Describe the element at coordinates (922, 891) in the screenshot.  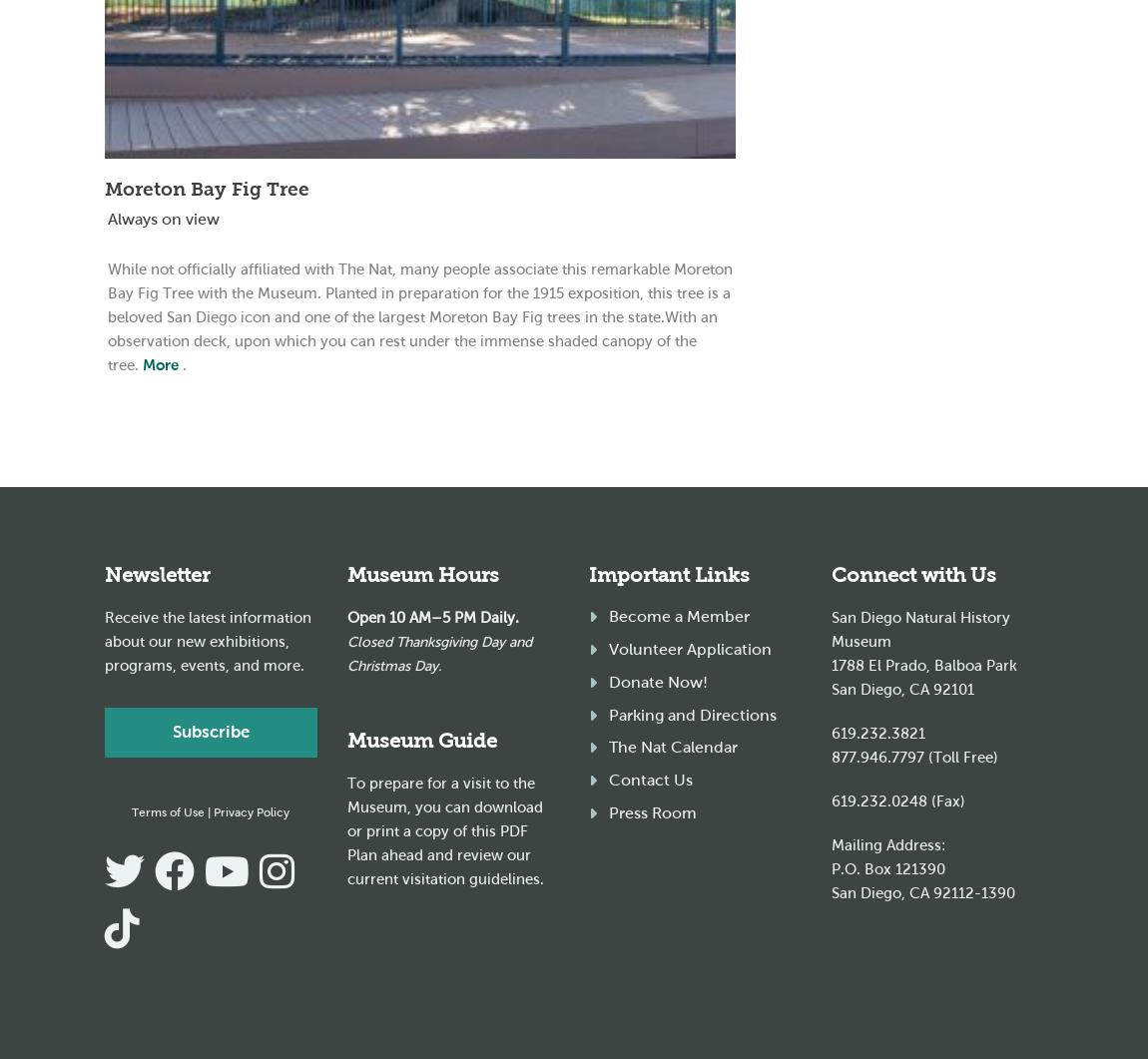
I see `'San Diego, CA 92112-1390'` at that location.